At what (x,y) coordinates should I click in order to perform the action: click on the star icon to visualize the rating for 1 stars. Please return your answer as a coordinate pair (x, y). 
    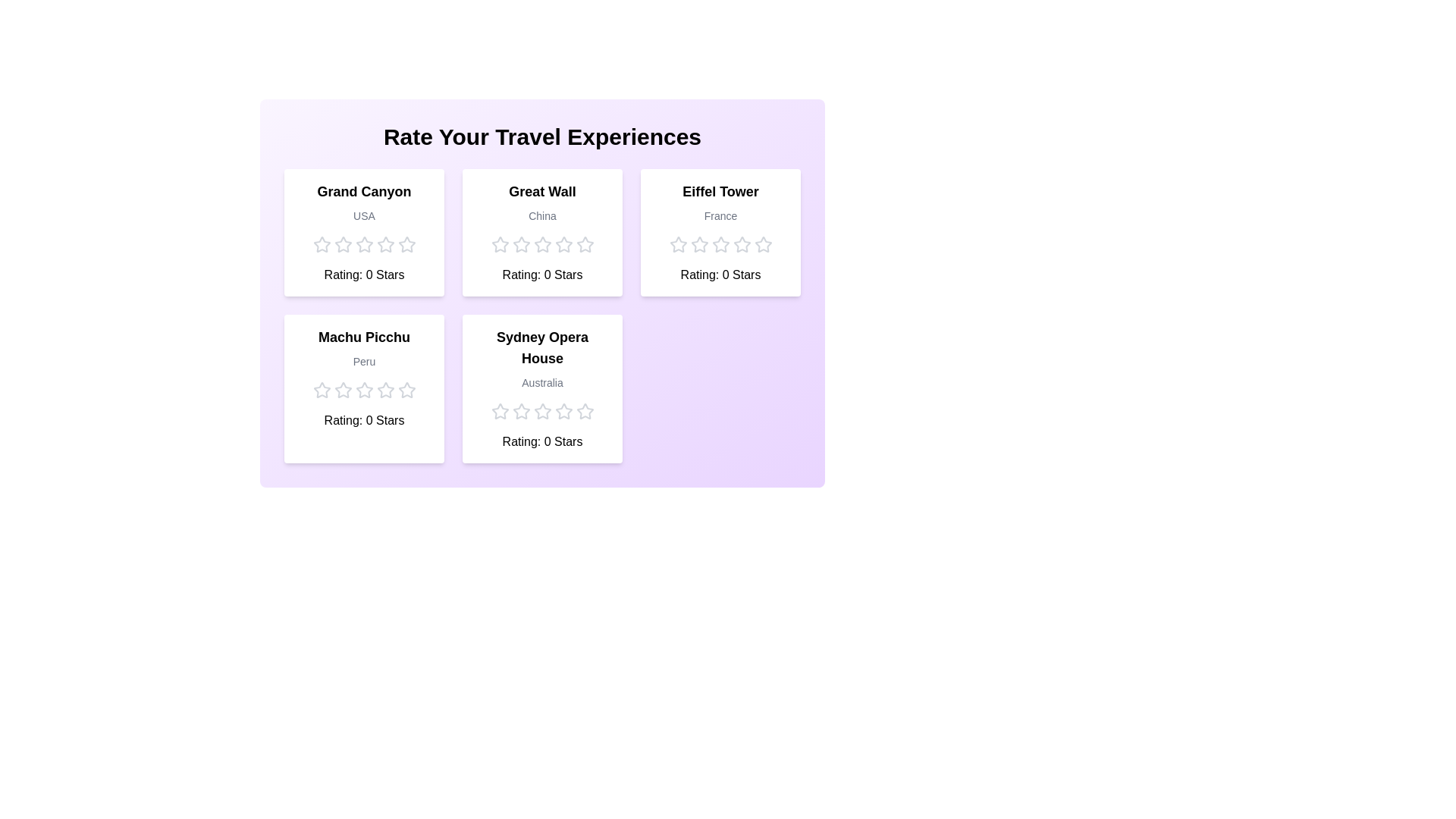
    Looking at the image, I should click on (321, 244).